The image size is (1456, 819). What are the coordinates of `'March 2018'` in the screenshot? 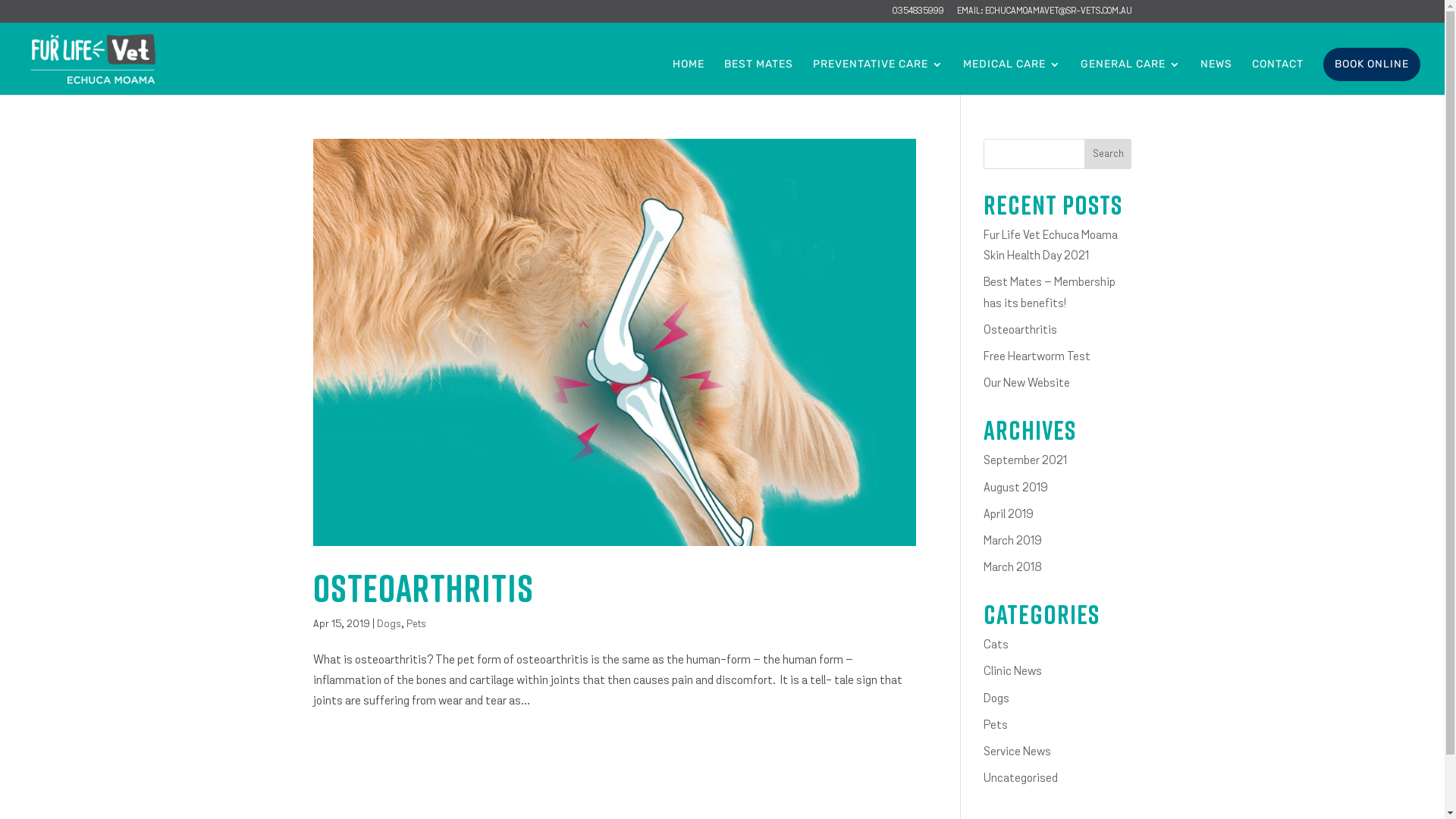 It's located at (1012, 567).